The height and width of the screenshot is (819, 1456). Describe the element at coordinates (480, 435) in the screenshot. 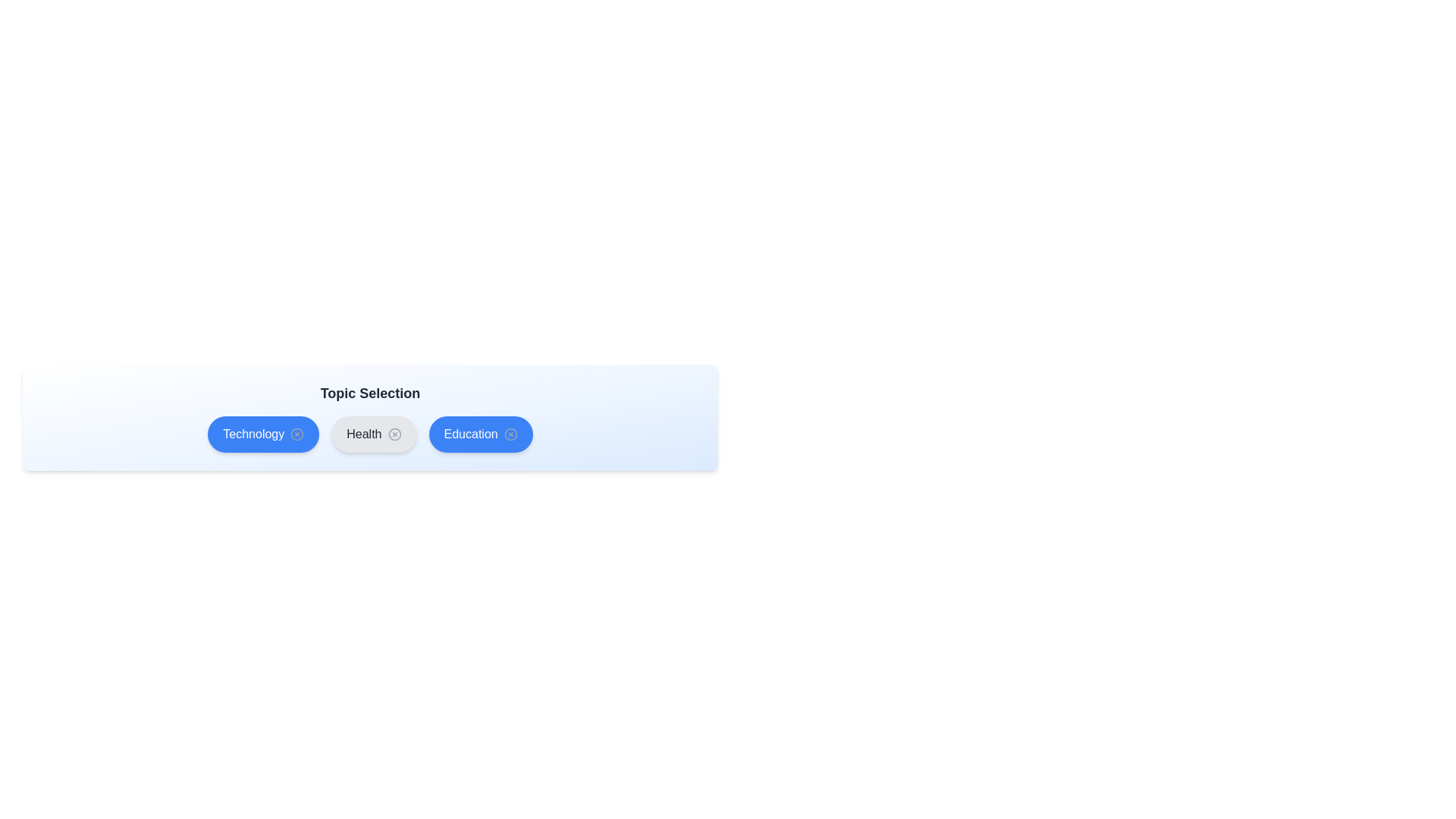

I see `the topic Education by clicking on it` at that location.